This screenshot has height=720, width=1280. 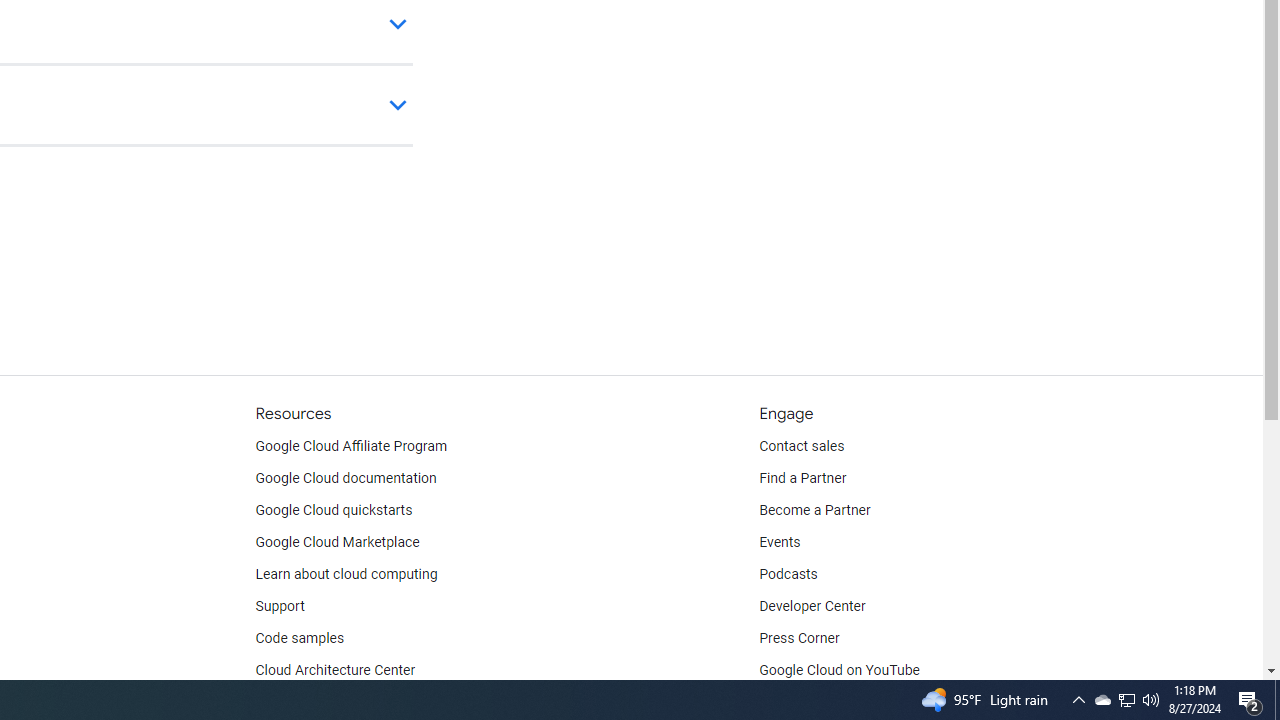 What do you see at coordinates (351, 446) in the screenshot?
I see `'Google Cloud Affiliate Program'` at bounding box center [351, 446].